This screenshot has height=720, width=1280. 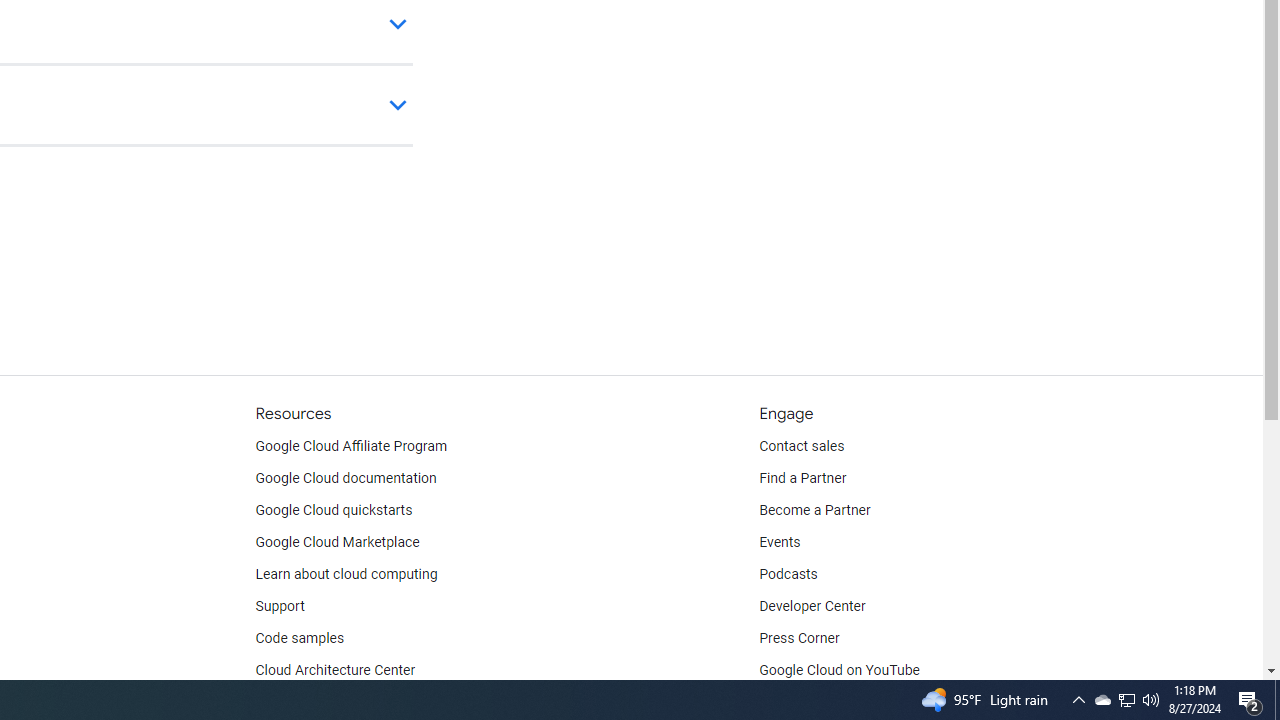 What do you see at coordinates (351, 446) in the screenshot?
I see `'Google Cloud Affiliate Program'` at bounding box center [351, 446].